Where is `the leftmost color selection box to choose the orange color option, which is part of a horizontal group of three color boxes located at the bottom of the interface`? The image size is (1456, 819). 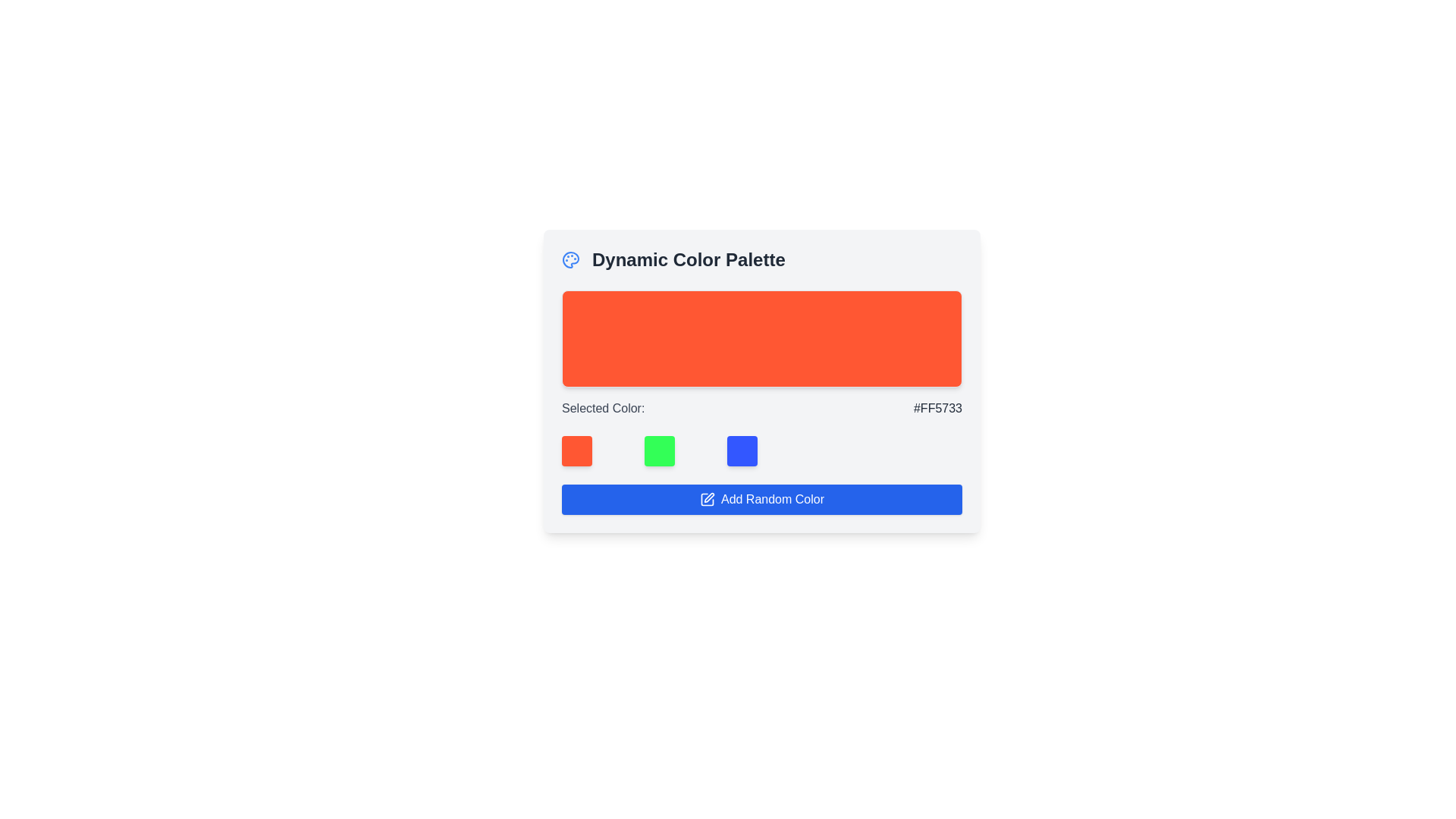 the leftmost color selection box to choose the orange color option, which is part of a horizontal group of three color boxes located at the bottom of the interface is located at coordinates (576, 450).